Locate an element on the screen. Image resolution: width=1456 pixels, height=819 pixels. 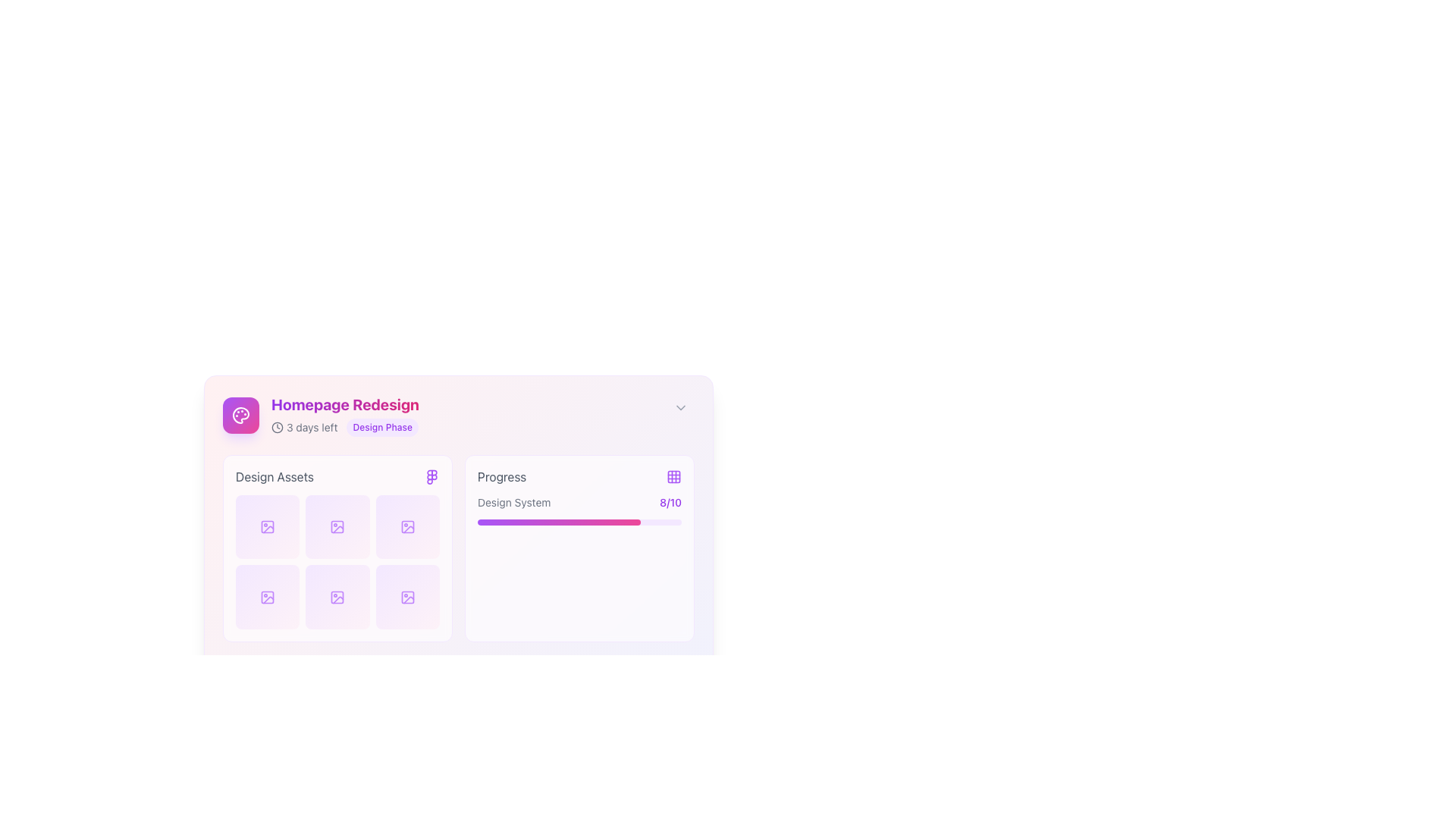
the purple-themed square icon in the bottom-right position of the 'Design Assets' section is located at coordinates (407, 596).